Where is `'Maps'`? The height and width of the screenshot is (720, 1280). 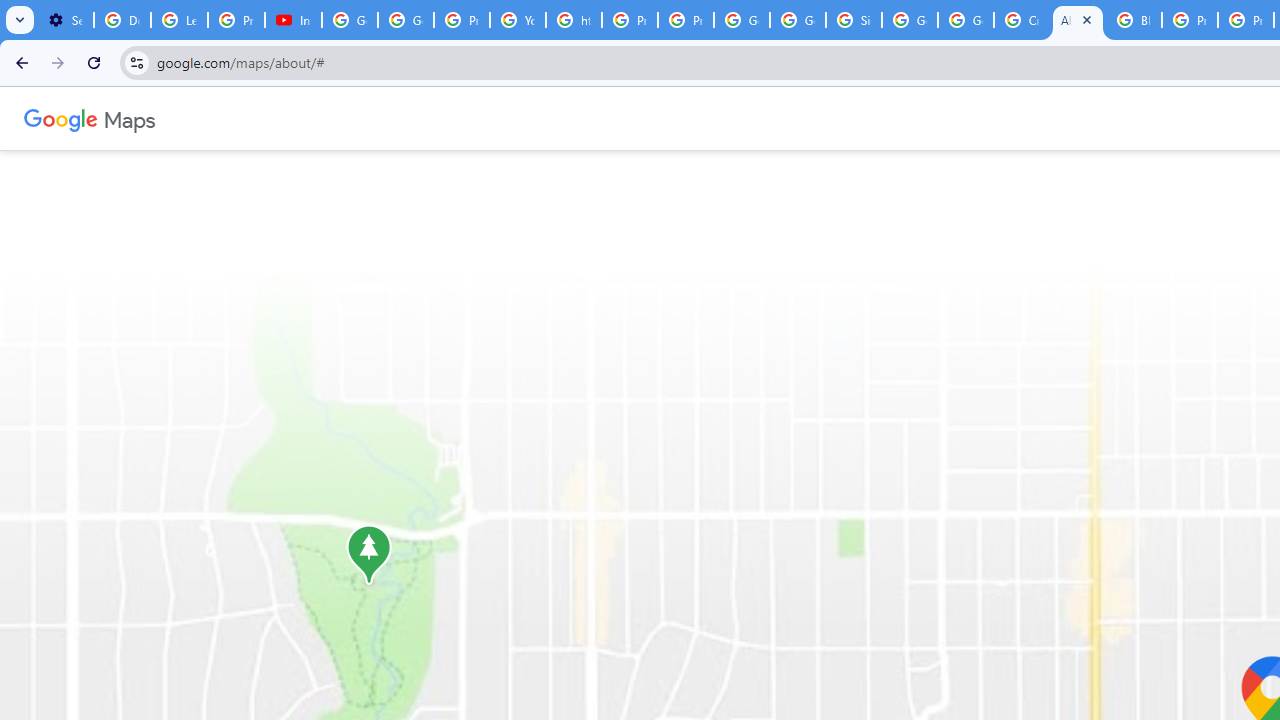
'Maps' is located at coordinates (128, 118).